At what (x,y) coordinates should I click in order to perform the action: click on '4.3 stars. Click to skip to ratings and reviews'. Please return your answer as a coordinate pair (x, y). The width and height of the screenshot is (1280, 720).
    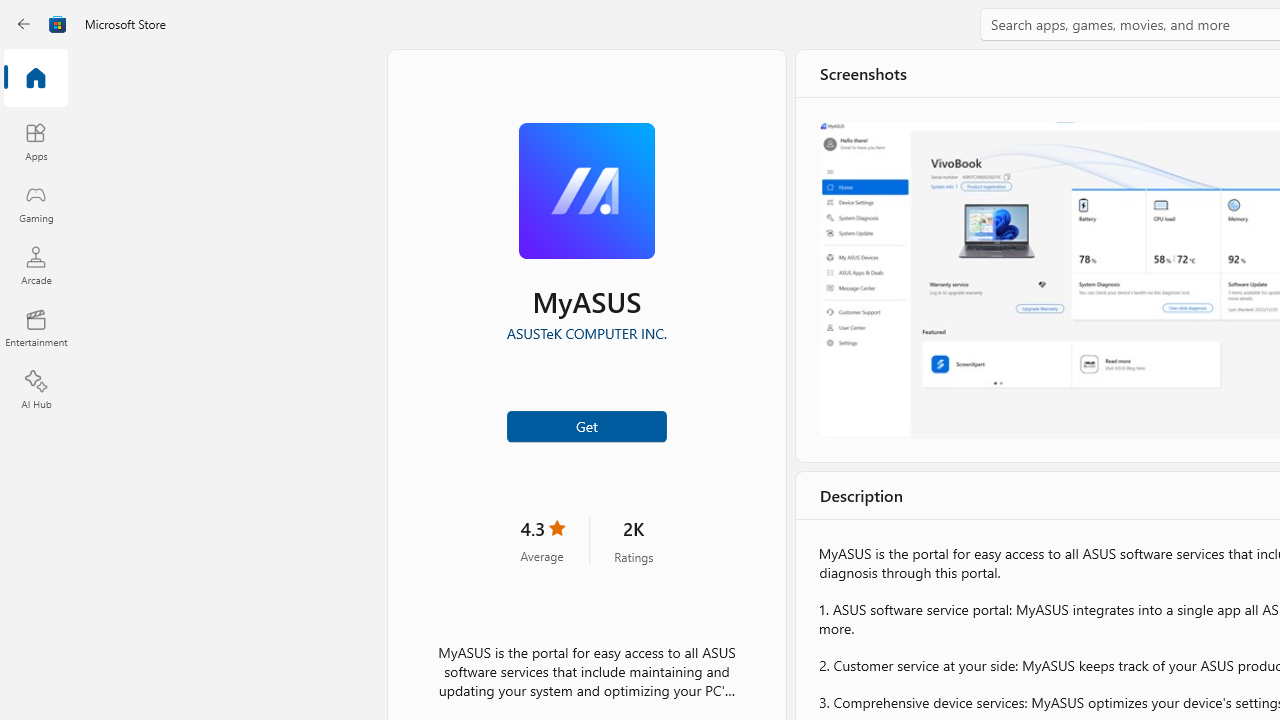
    Looking at the image, I should click on (542, 540).